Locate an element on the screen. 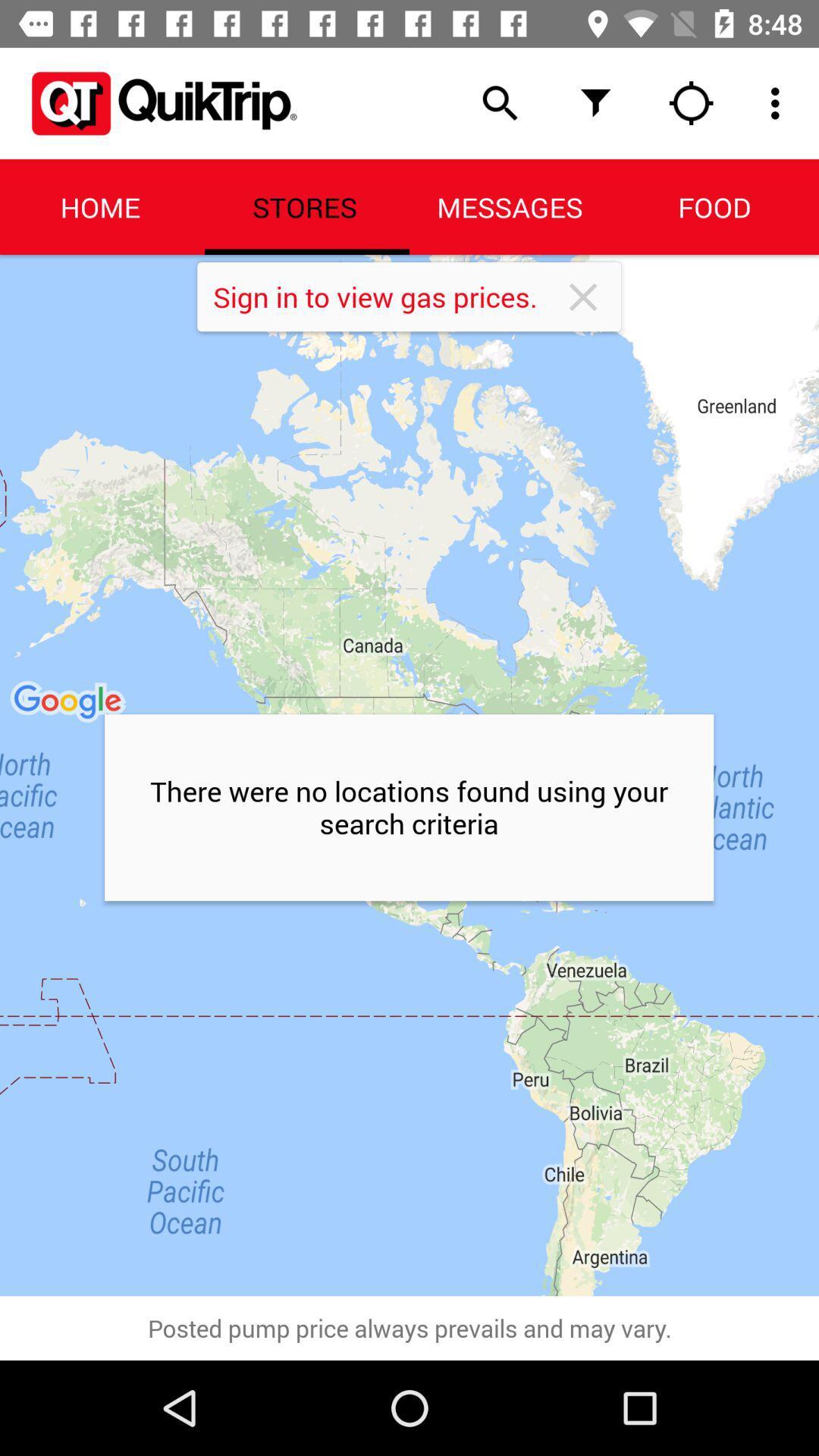 The image size is (819, 1456). sign in to is located at coordinates (386, 297).